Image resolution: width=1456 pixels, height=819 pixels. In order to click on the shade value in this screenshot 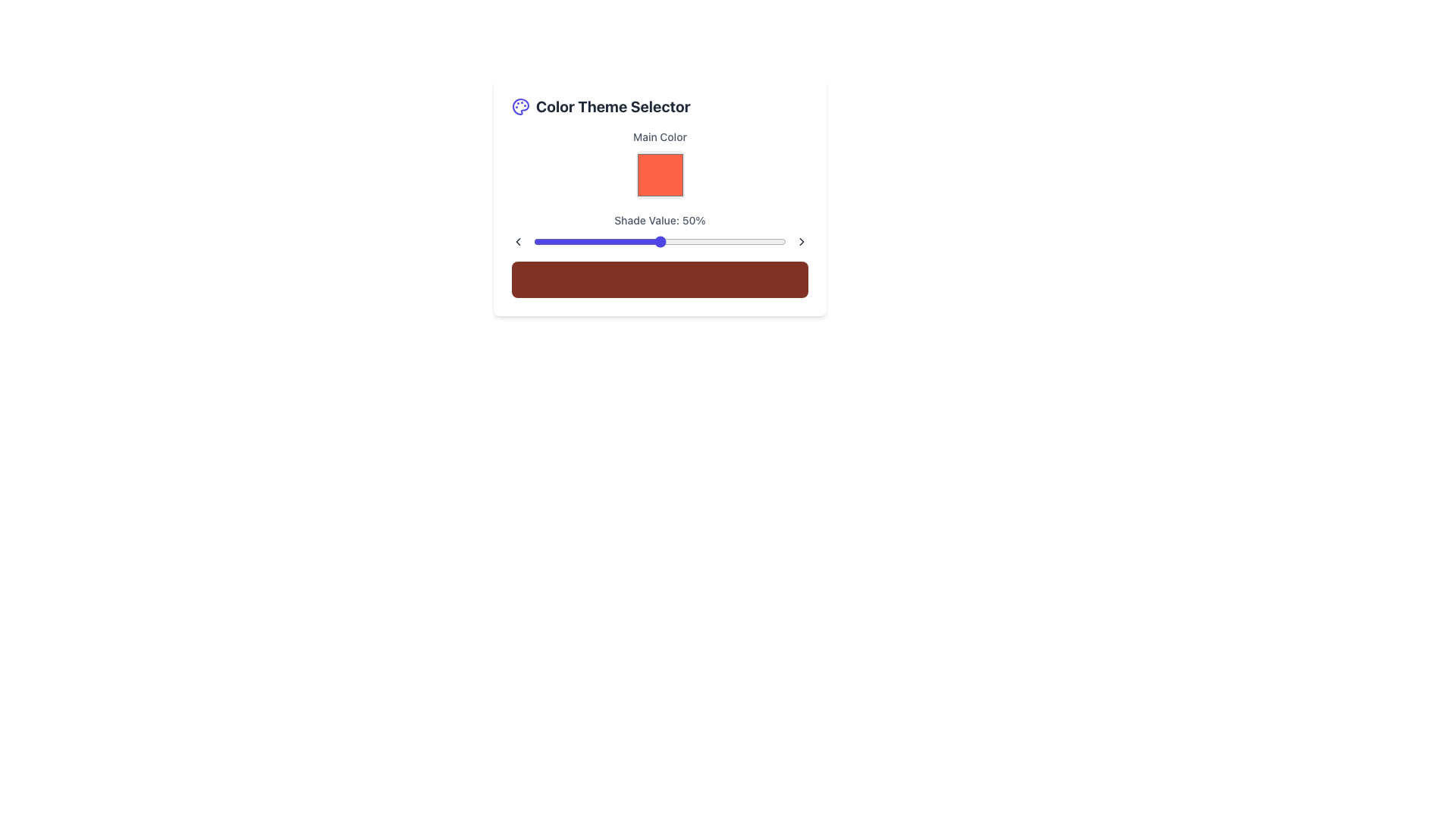, I will do `click(743, 241)`.